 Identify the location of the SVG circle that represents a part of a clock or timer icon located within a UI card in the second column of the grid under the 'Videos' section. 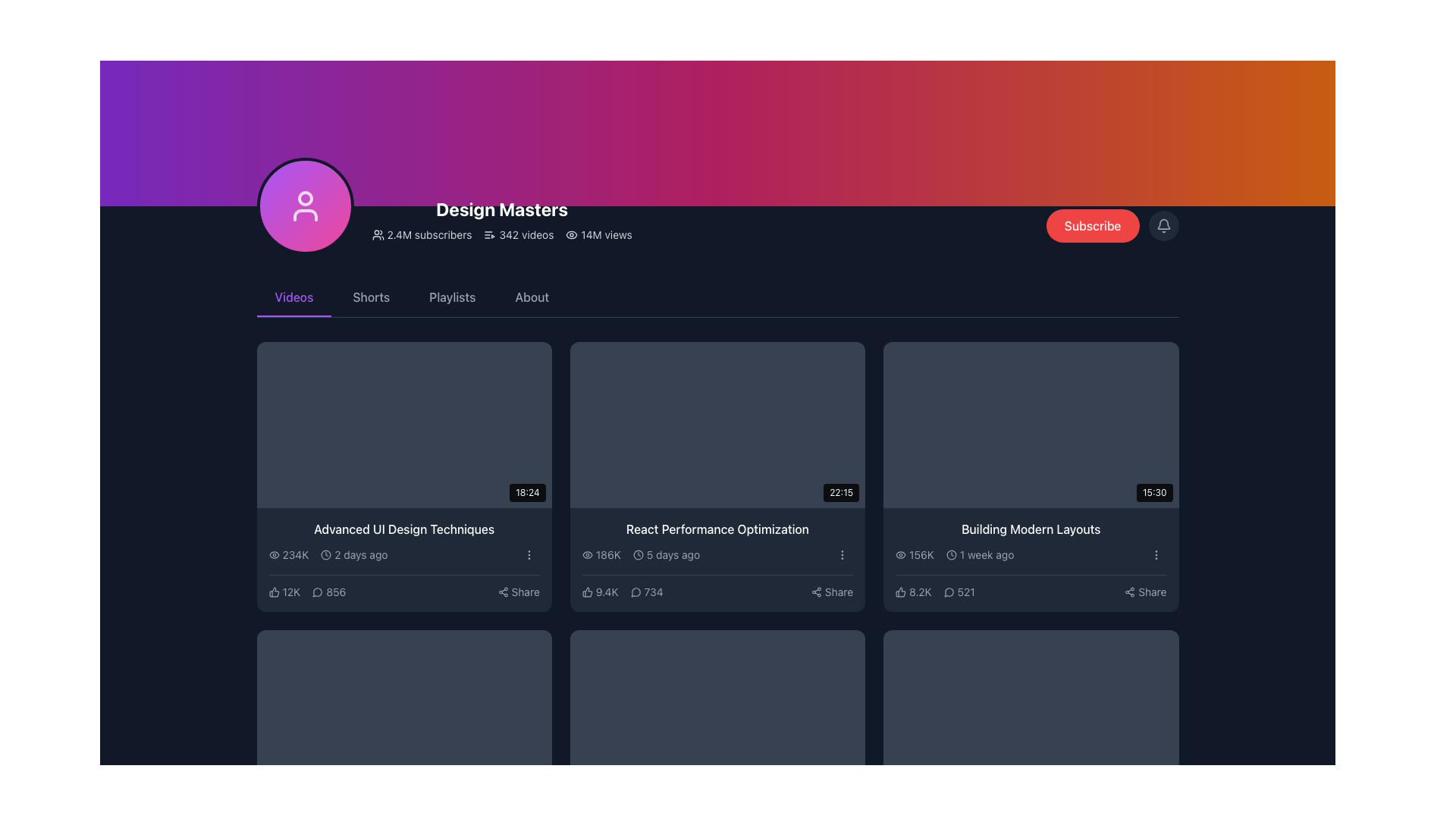
(638, 555).